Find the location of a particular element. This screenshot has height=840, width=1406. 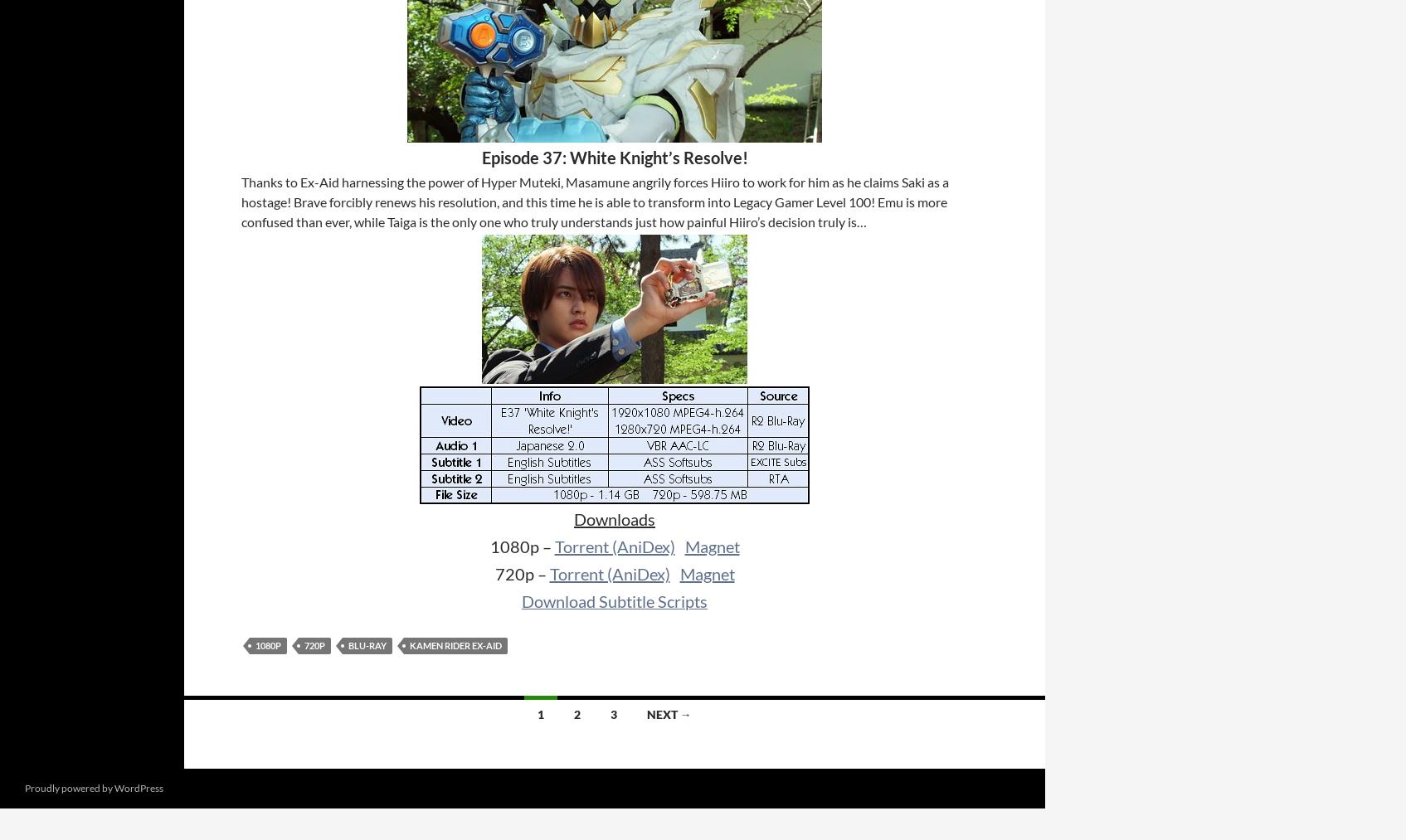

'Proudly powered by WordPress' is located at coordinates (93, 788).